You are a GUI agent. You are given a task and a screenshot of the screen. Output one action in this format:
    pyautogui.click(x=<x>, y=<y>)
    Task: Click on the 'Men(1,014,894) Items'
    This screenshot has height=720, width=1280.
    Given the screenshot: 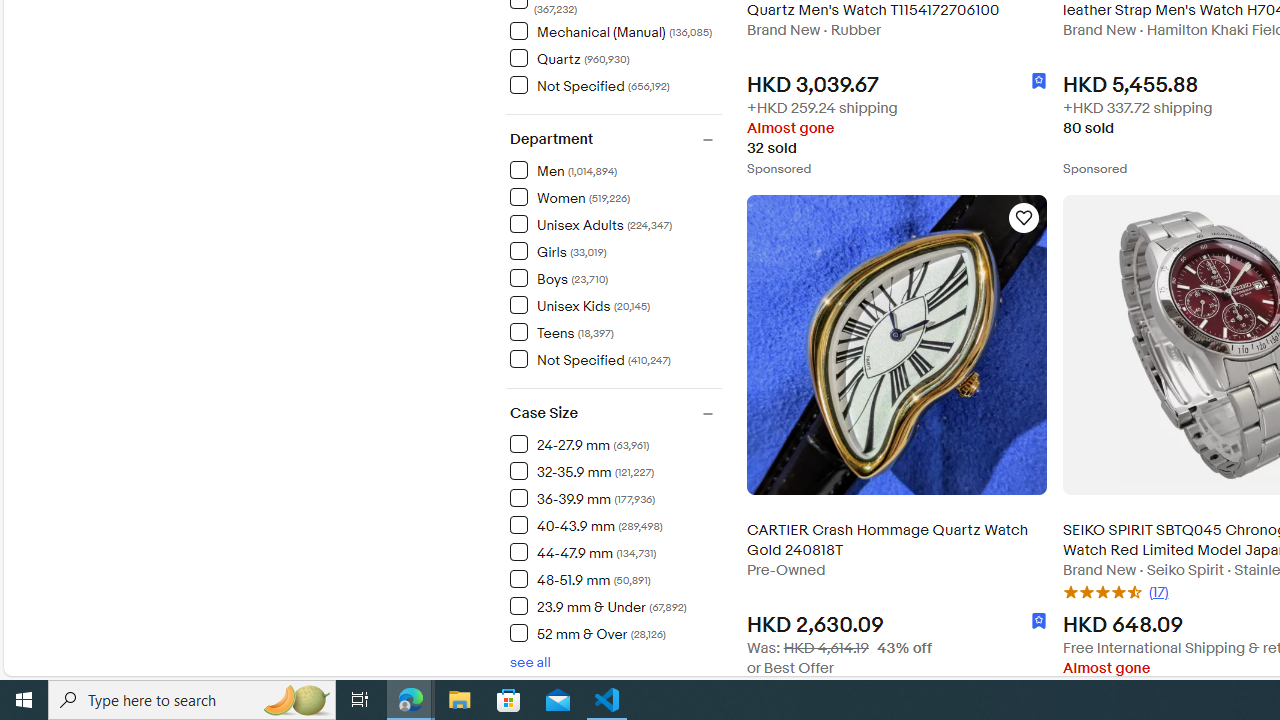 What is the action you would take?
    pyautogui.click(x=614, y=168)
    